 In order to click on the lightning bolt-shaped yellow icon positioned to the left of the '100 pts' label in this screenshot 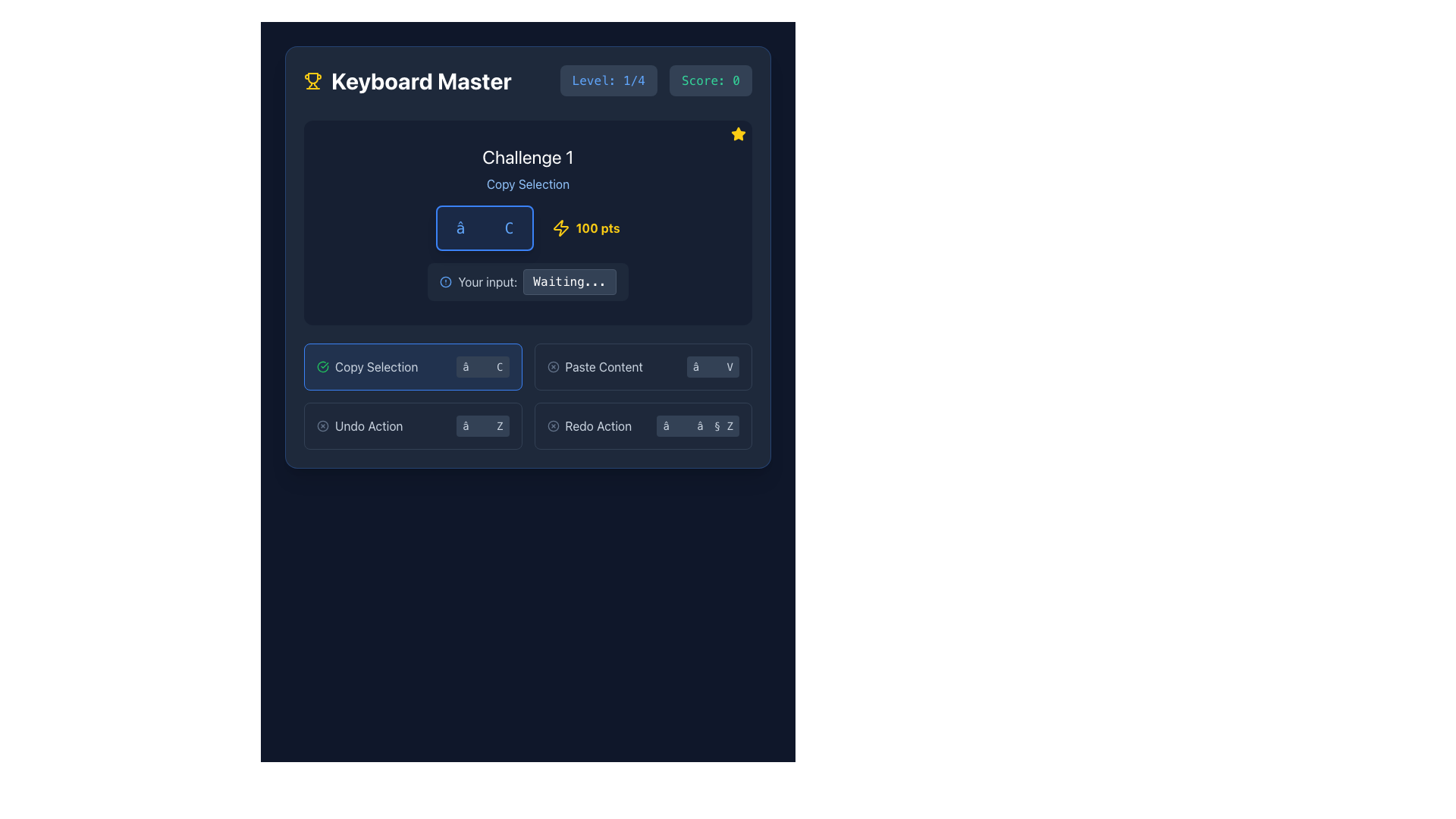, I will do `click(560, 227)`.